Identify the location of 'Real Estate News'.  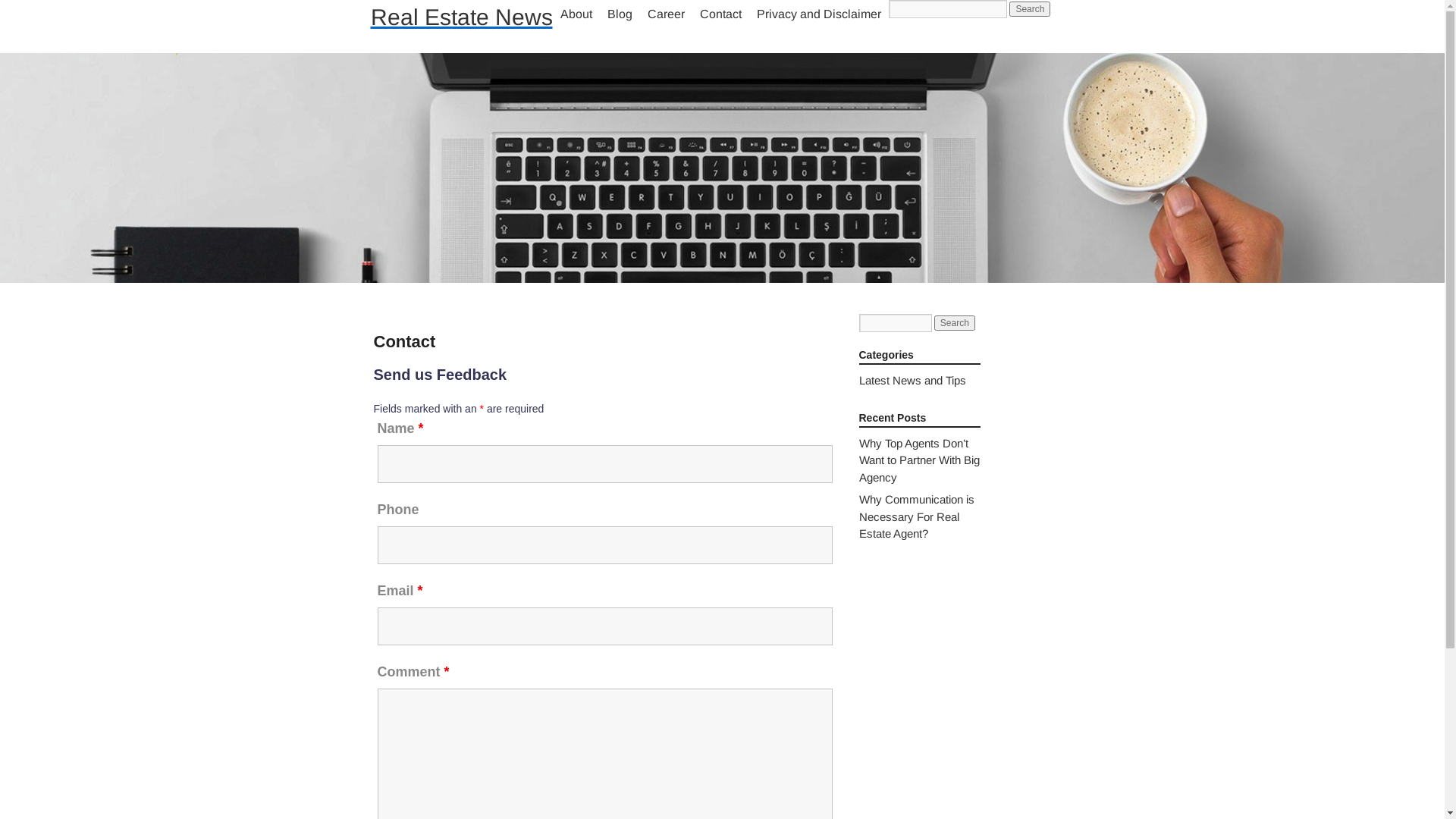
(460, 17).